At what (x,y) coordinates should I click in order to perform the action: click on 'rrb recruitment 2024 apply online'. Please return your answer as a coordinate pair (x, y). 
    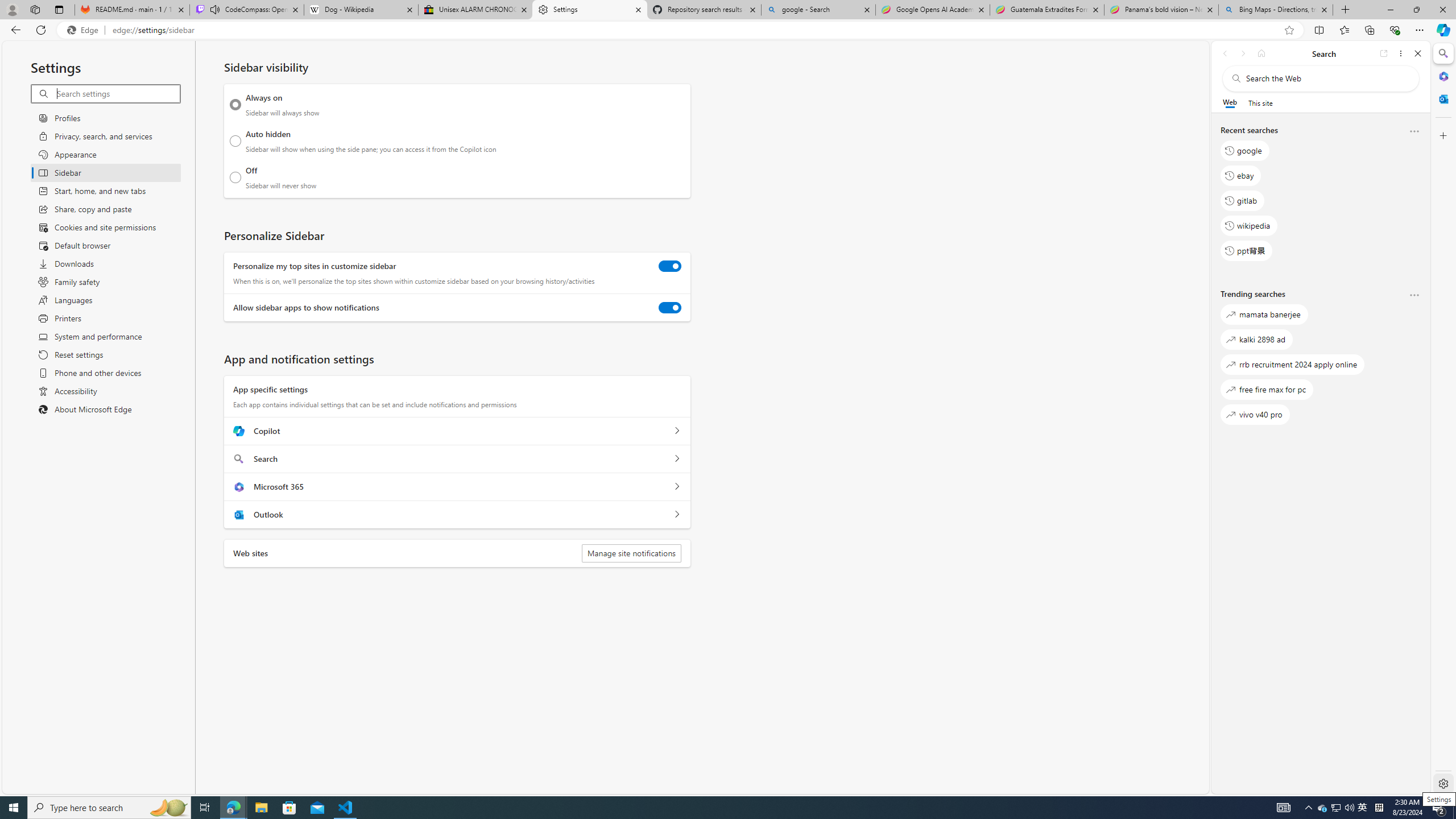
    Looking at the image, I should click on (1292, 364).